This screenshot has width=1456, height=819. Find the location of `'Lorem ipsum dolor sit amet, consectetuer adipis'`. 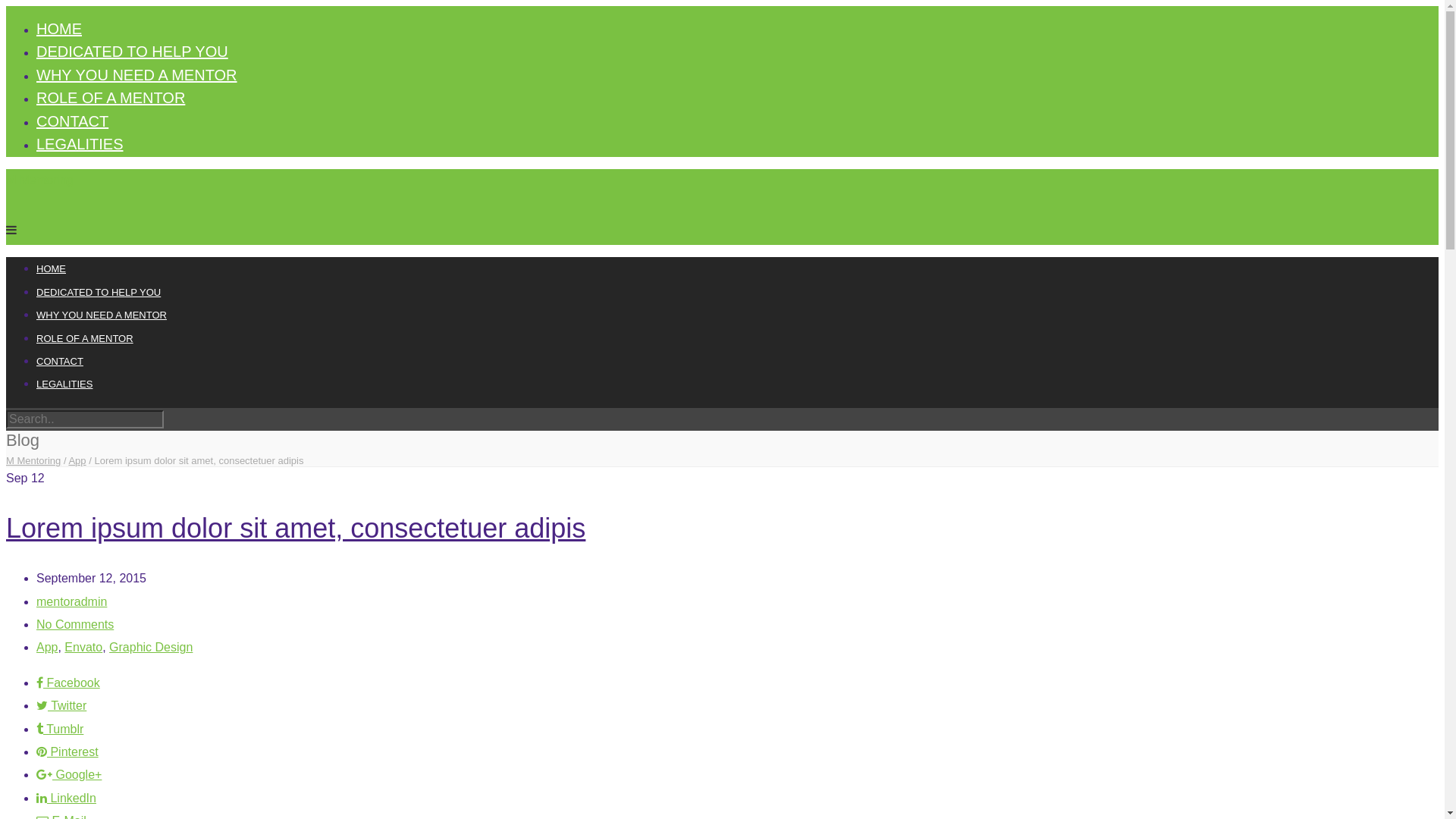

'Lorem ipsum dolor sit amet, consectetuer adipis' is located at coordinates (6, 527).